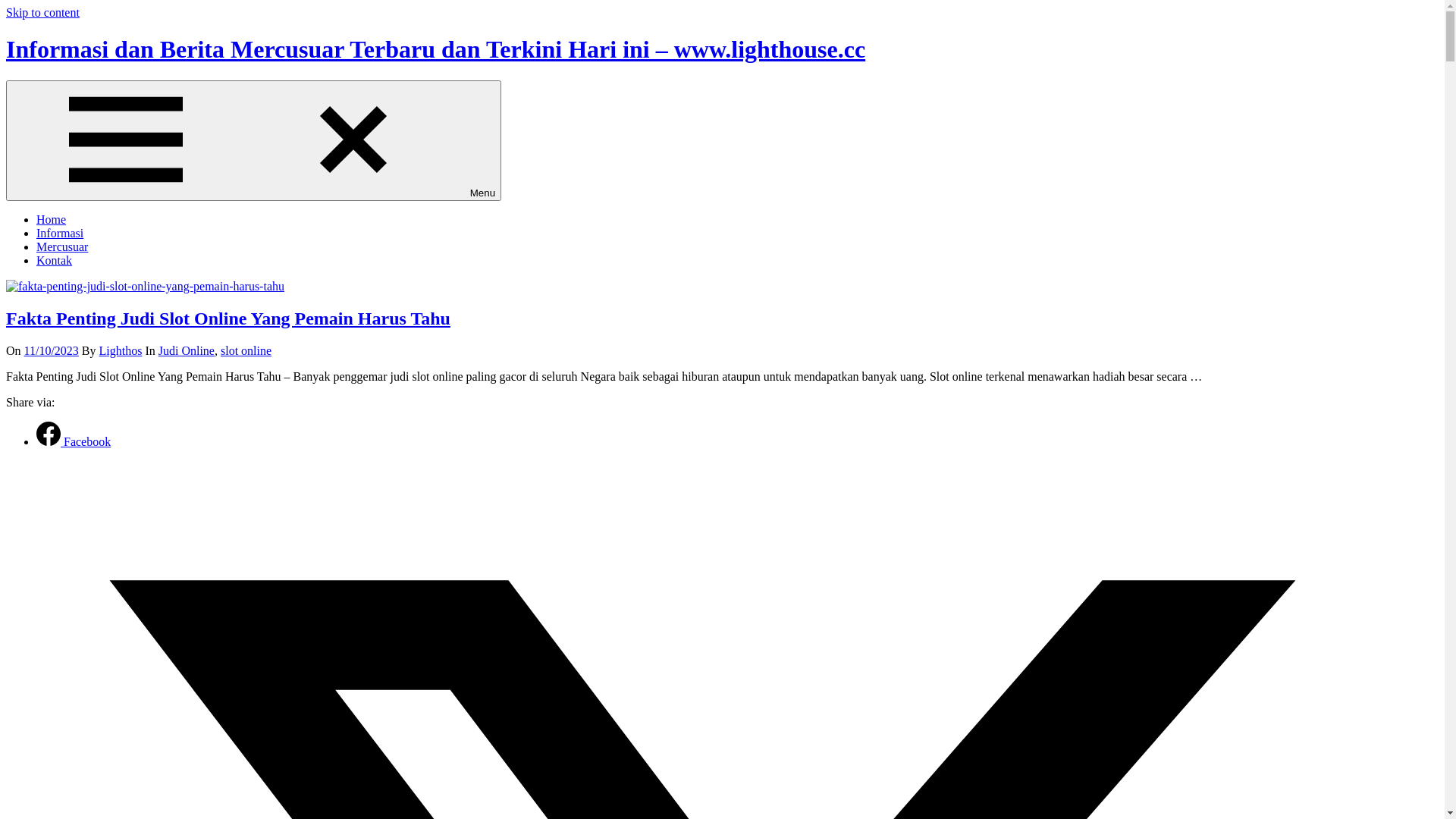  Describe the element at coordinates (36, 246) in the screenshot. I see `'Mercusuar'` at that location.